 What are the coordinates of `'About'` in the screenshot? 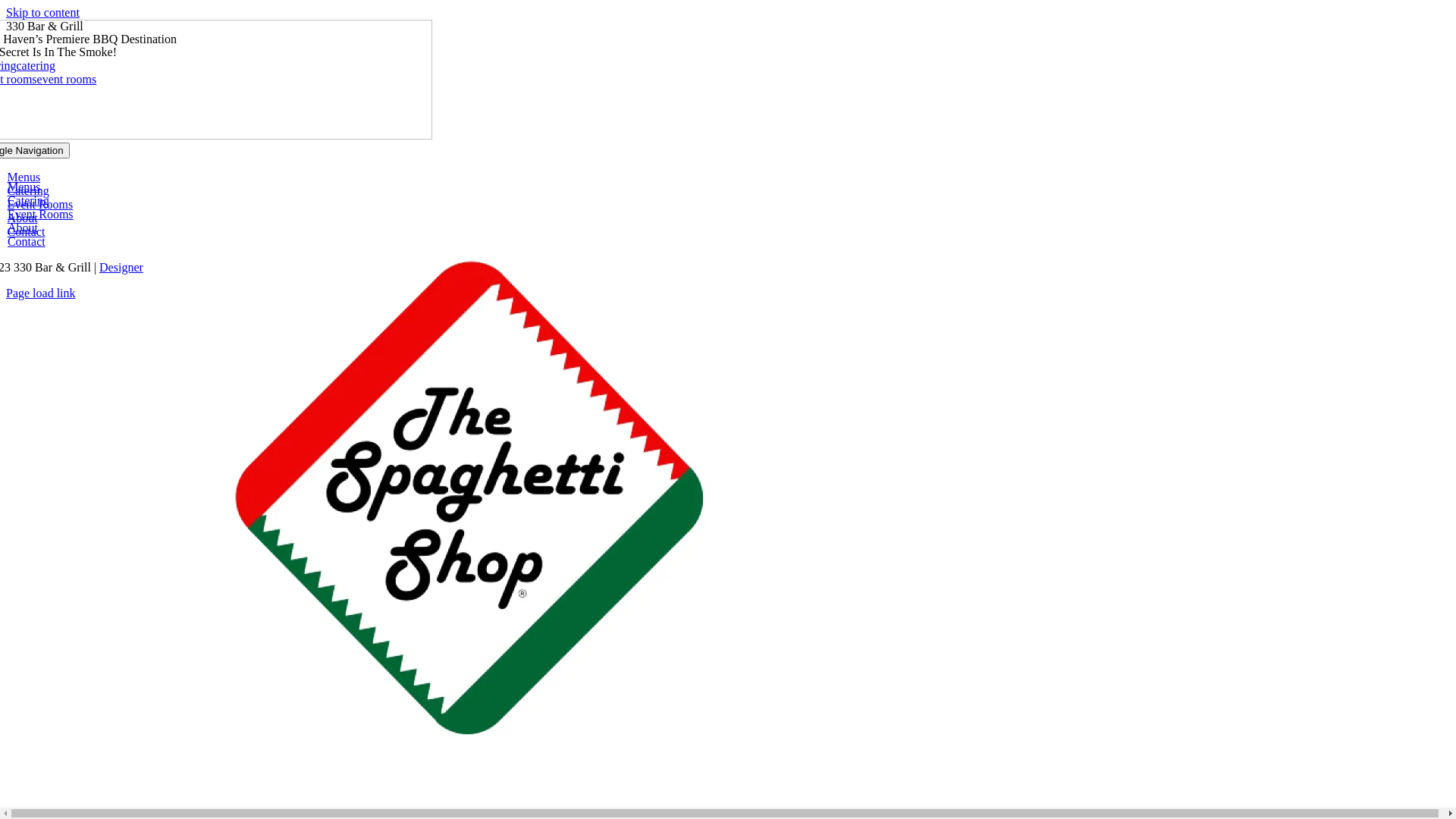 It's located at (22, 218).